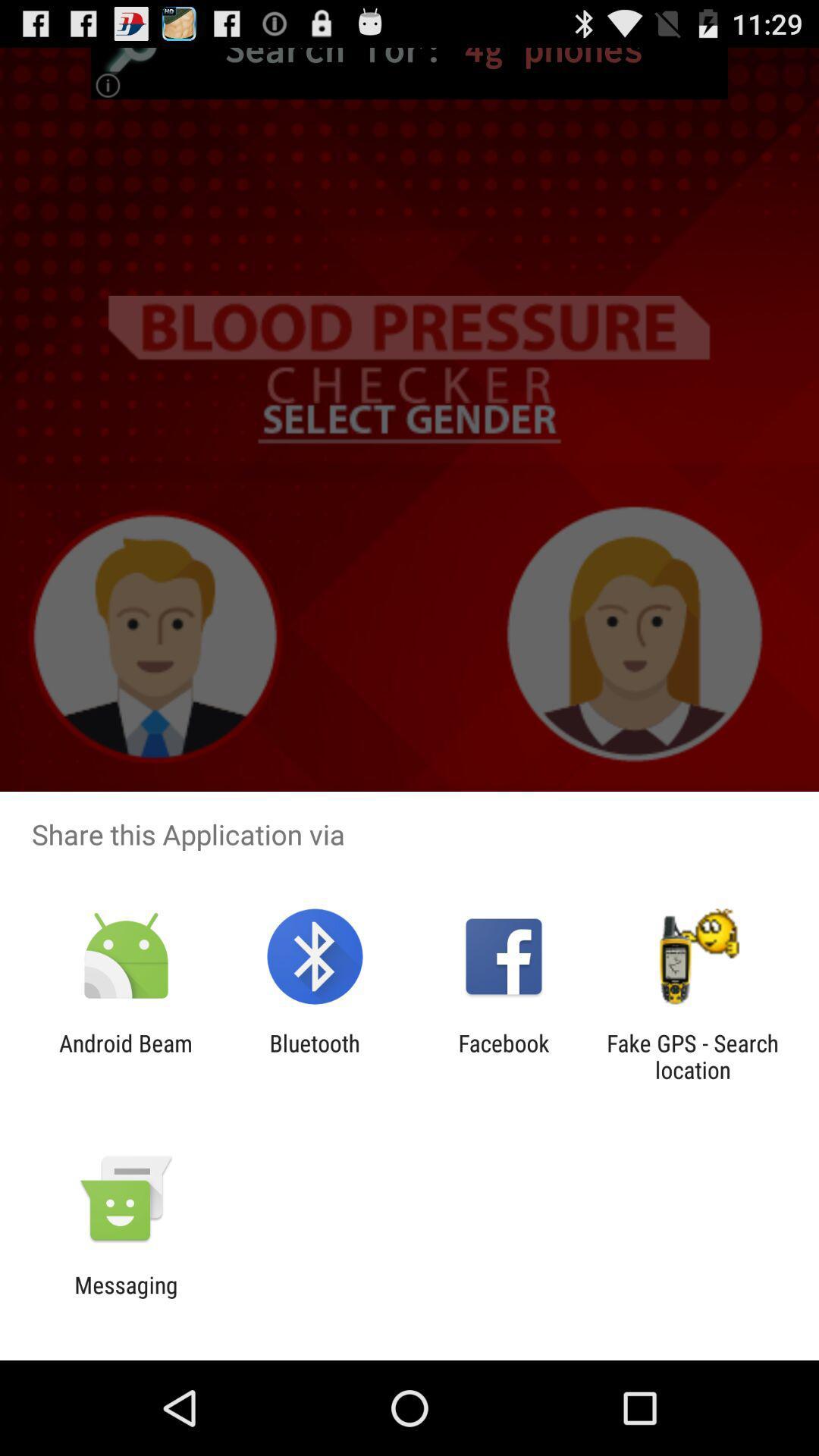 The height and width of the screenshot is (1456, 819). Describe the element at coordinates (504, 1056) in the screenshot. I see `item next to fake gps search icon` at that location.